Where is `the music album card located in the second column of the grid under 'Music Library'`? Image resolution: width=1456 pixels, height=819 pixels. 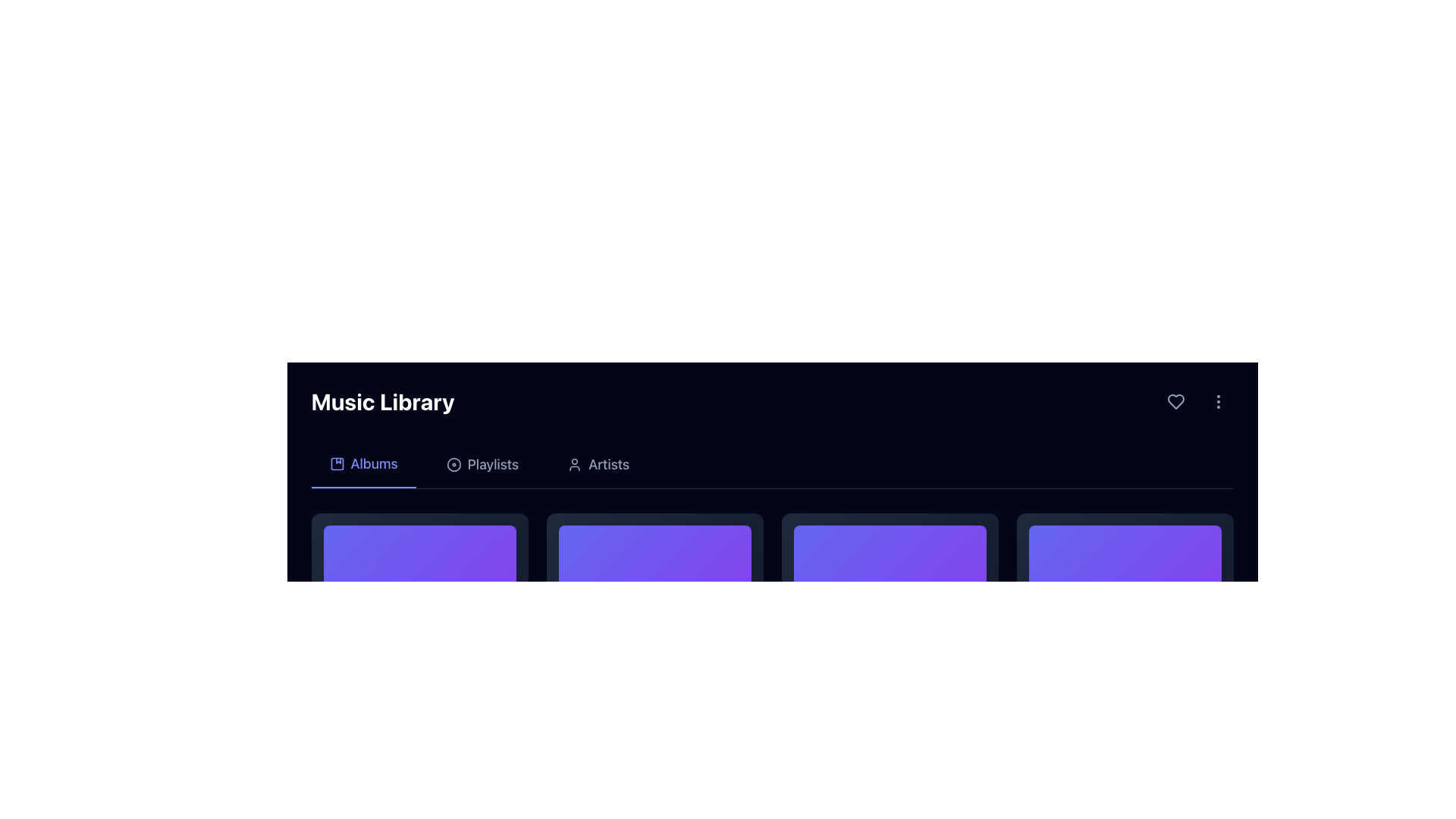
the music album card located in the second column of the grid under 'Music Library' is located at coordinates (654, 654).